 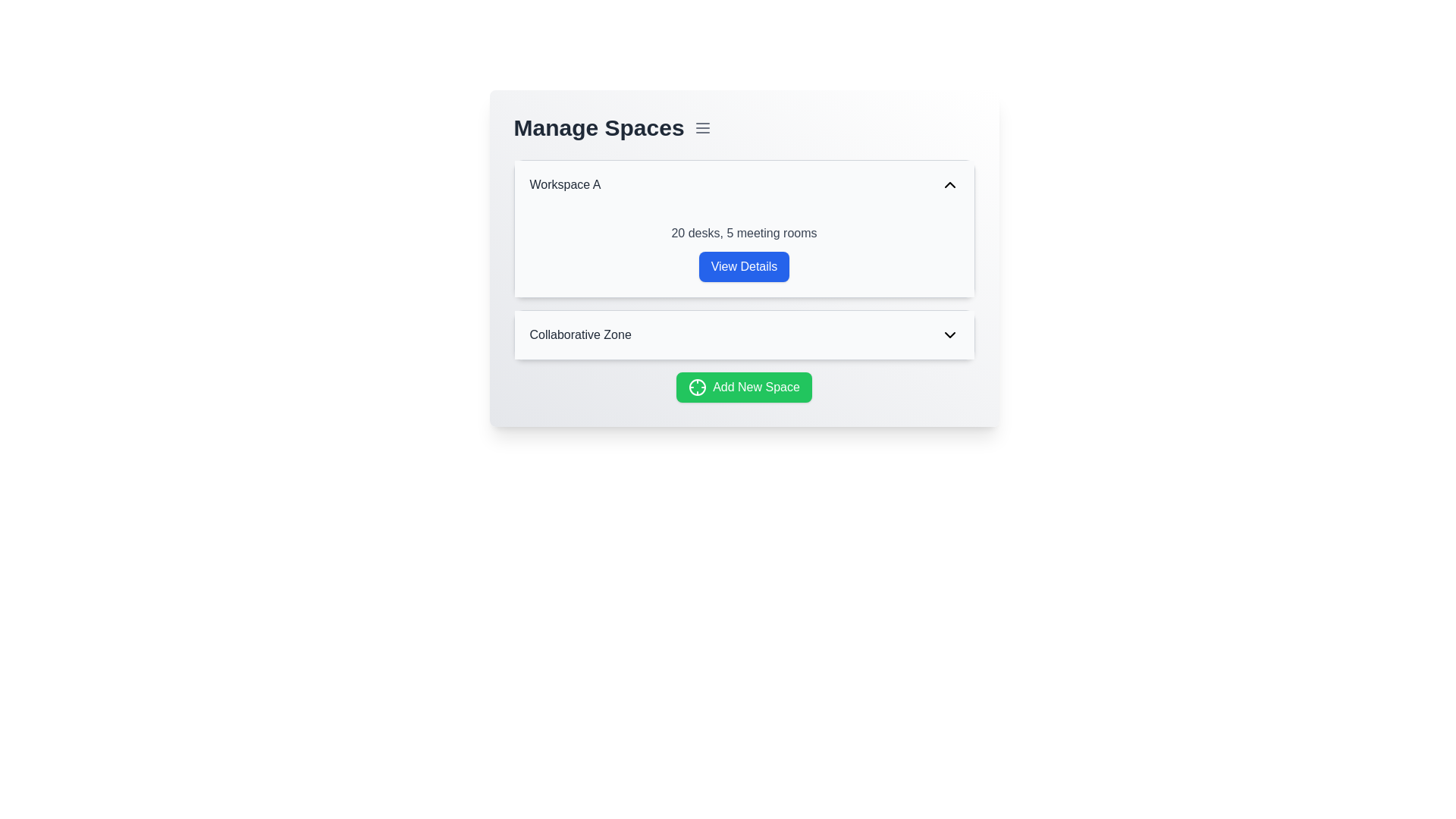 What do you see at coordinates (744, 234) in the screenshot?
I see `the Text label that provides information about the number of desks and meeting rooms in 'Workspace A', positioned above the 'View Details' button` at bounding box center [744, 234].